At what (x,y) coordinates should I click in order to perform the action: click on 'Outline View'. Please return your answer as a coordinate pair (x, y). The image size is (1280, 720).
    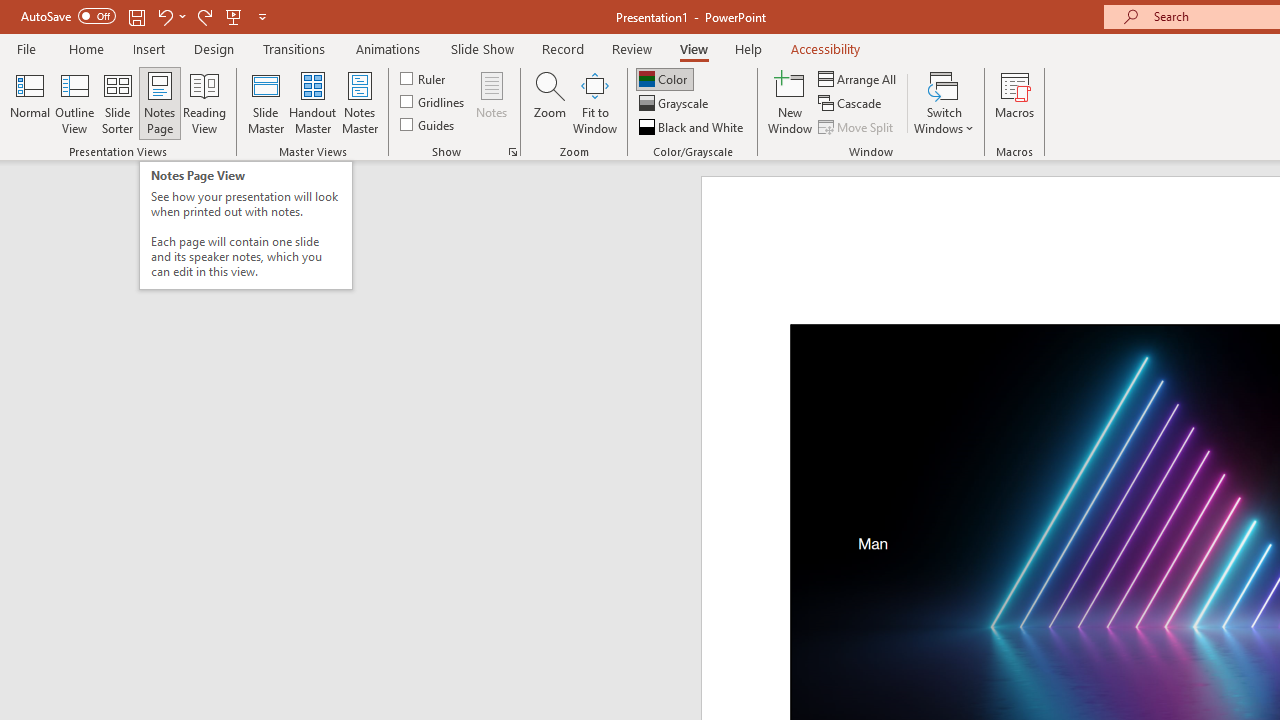
    Looking at the image, I should click on (74, 103).